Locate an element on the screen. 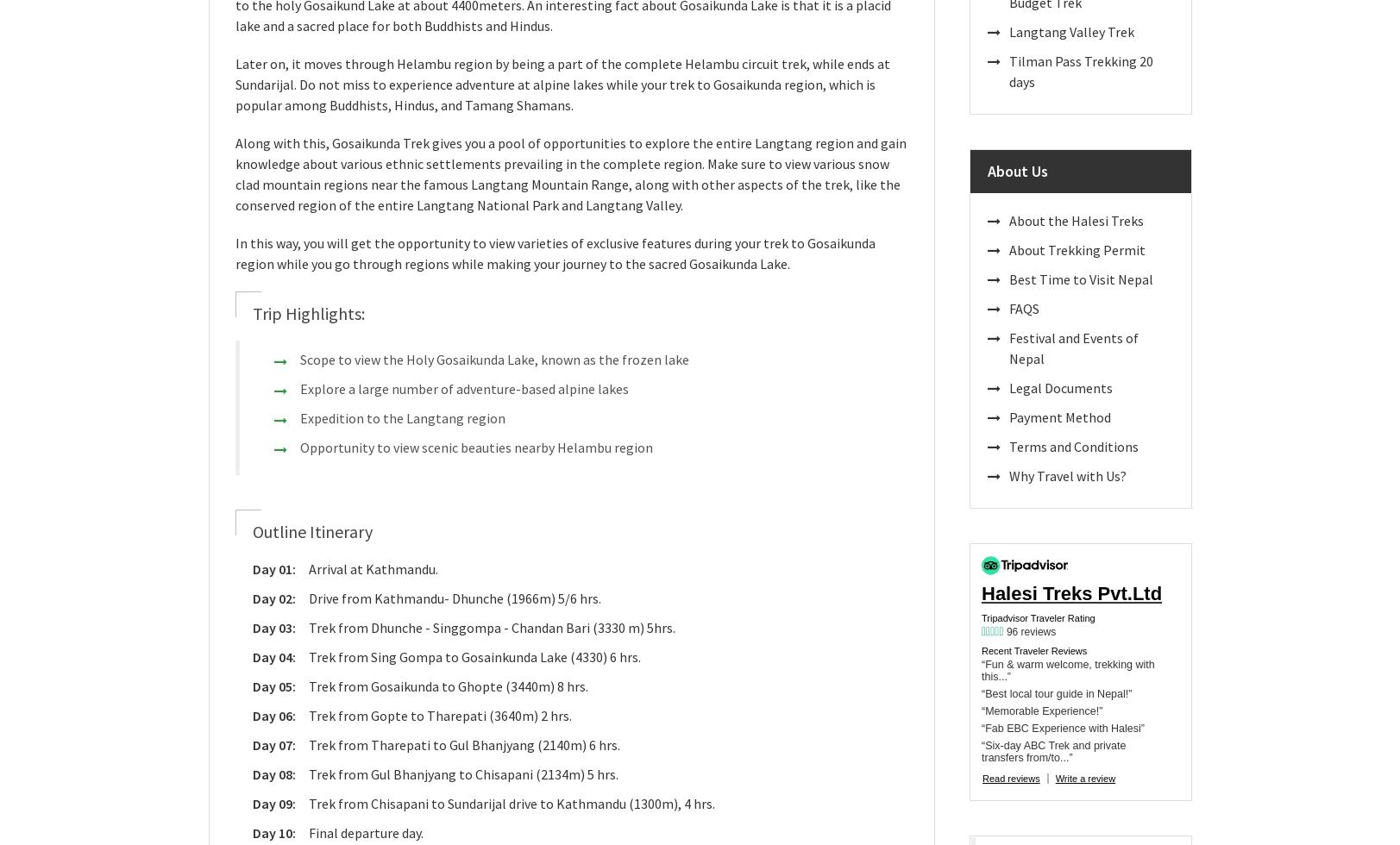 The image size is (1400, 845). 'About Us' is located at coordinates (1016, 171).